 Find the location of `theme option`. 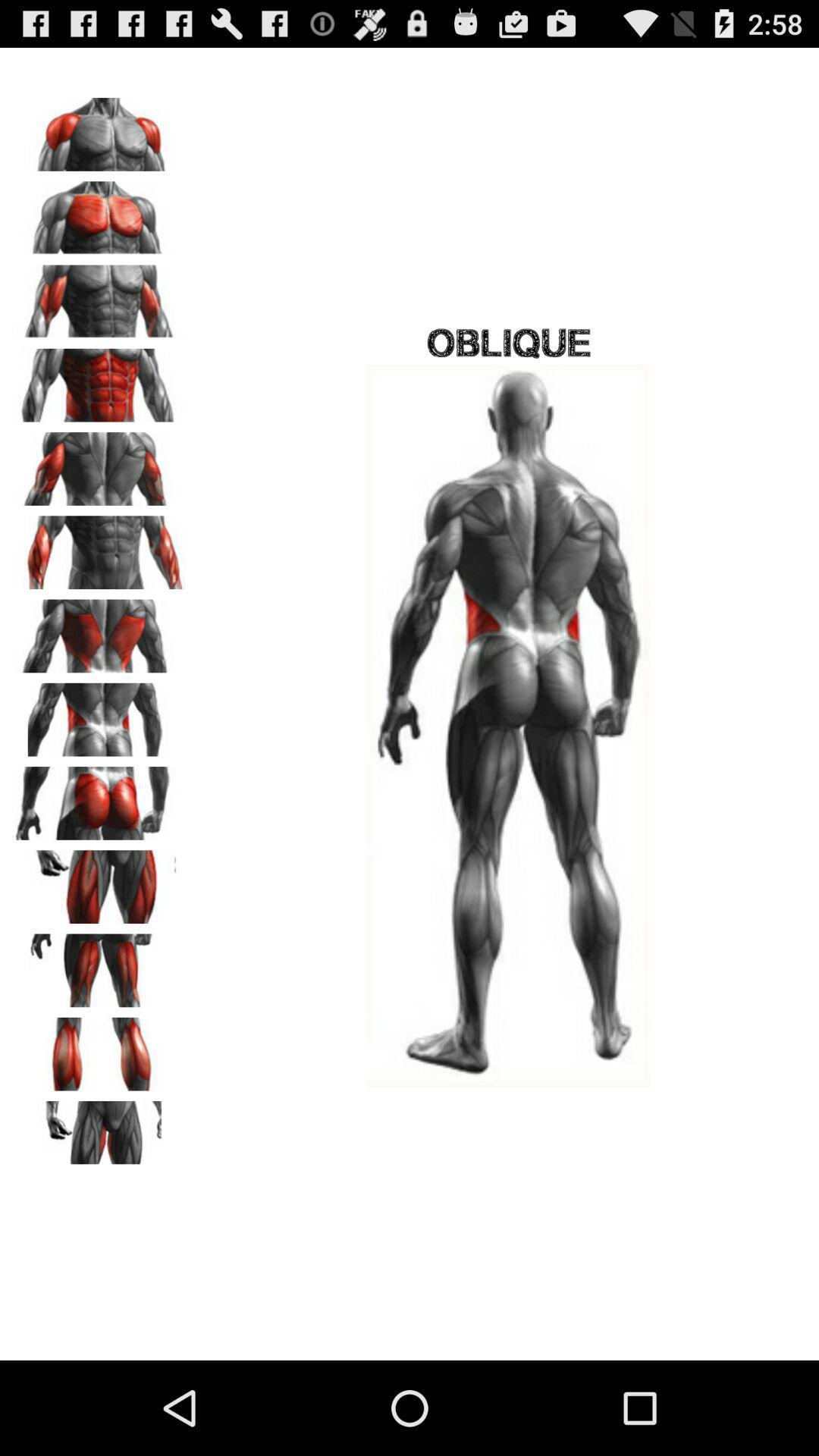

theme option is located at coordinates (99, 1048).